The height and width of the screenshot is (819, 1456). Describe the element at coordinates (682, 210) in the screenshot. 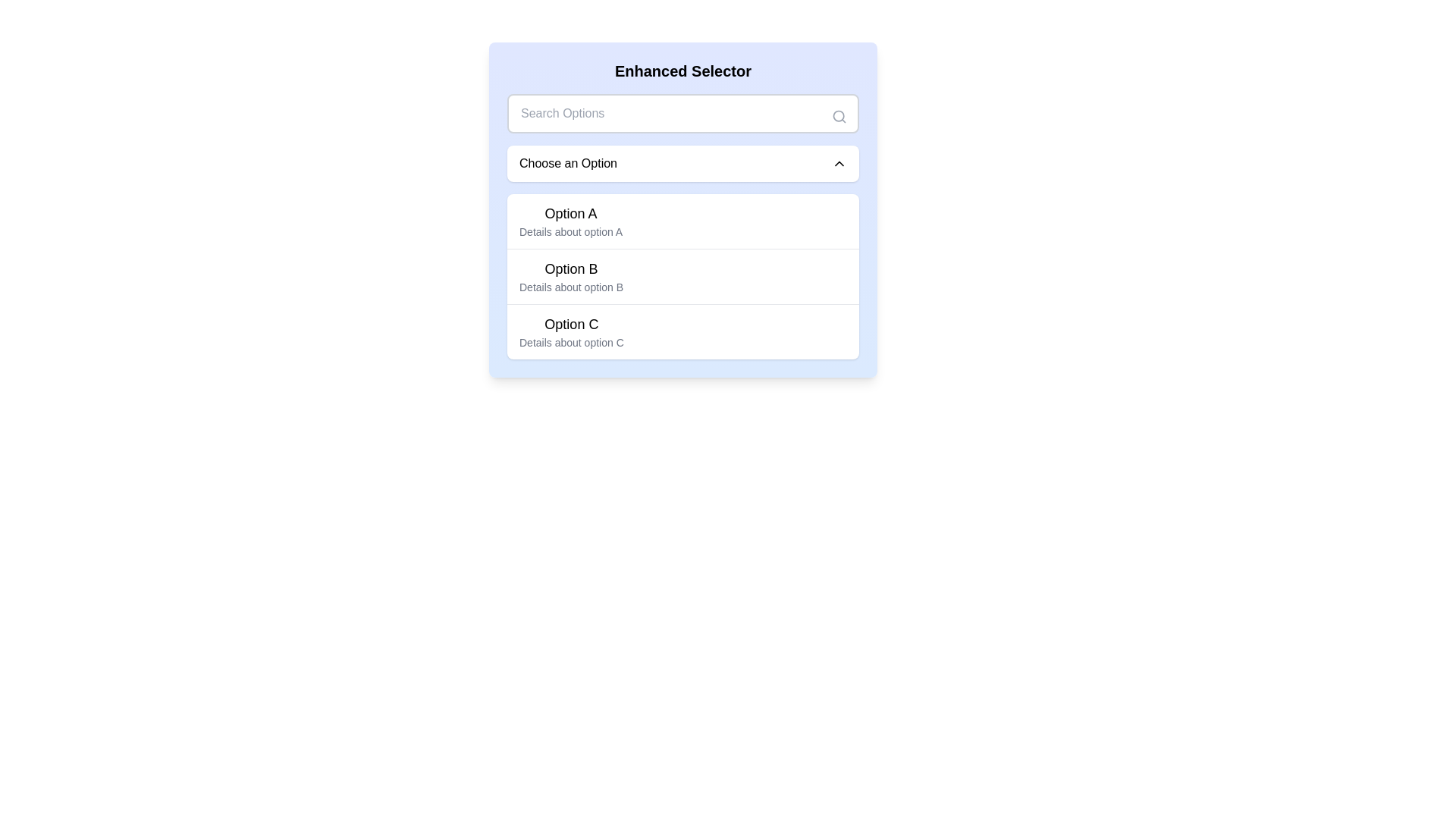

I see `the composite UI component that combines a dropdown menu, a search input, and a list` at that location.